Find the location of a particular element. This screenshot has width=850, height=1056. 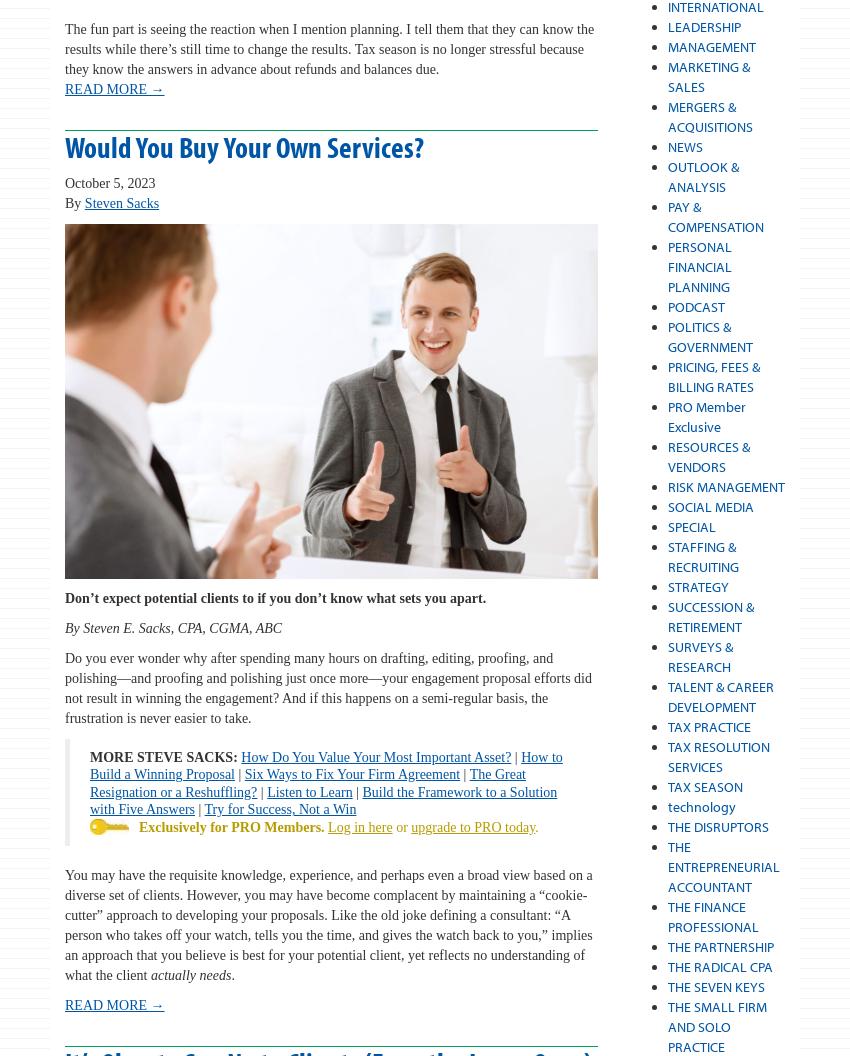

'PRICING, FEES & BILLING RATES' is located at coordinates (711, 375).